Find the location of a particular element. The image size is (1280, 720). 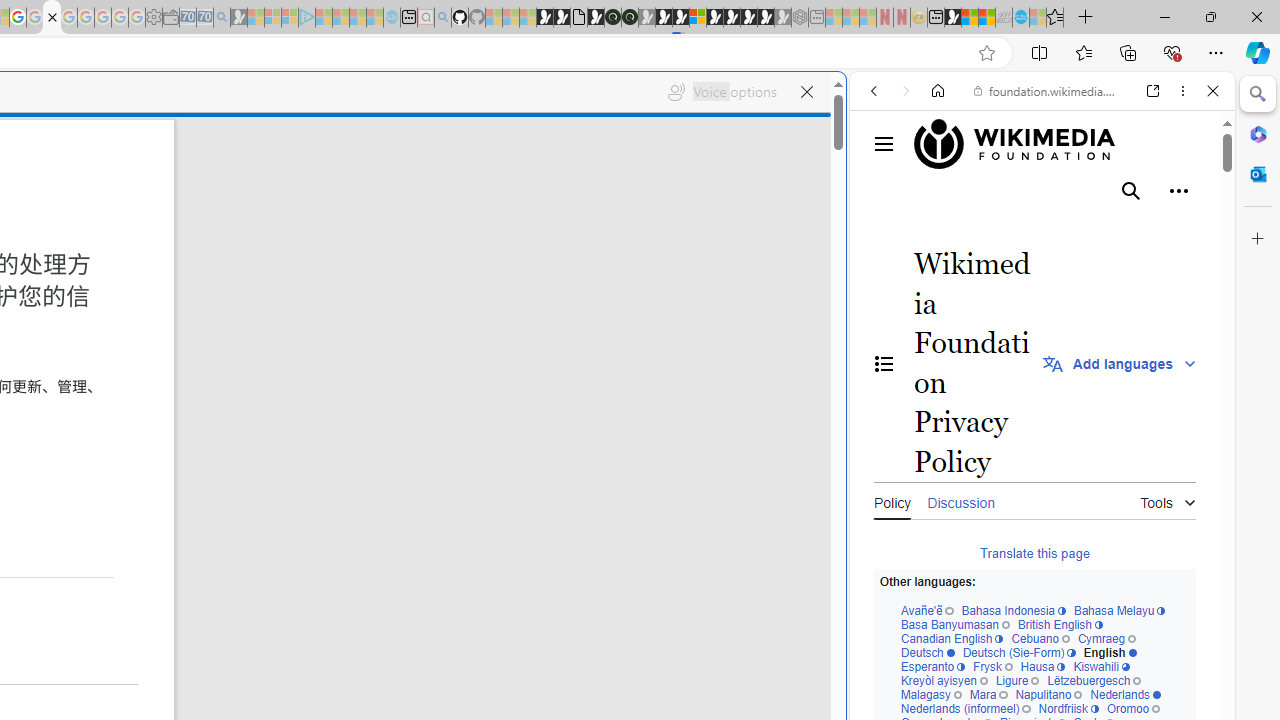

'Search Filter, Search Tools' is located at coordinates (1092, 227).